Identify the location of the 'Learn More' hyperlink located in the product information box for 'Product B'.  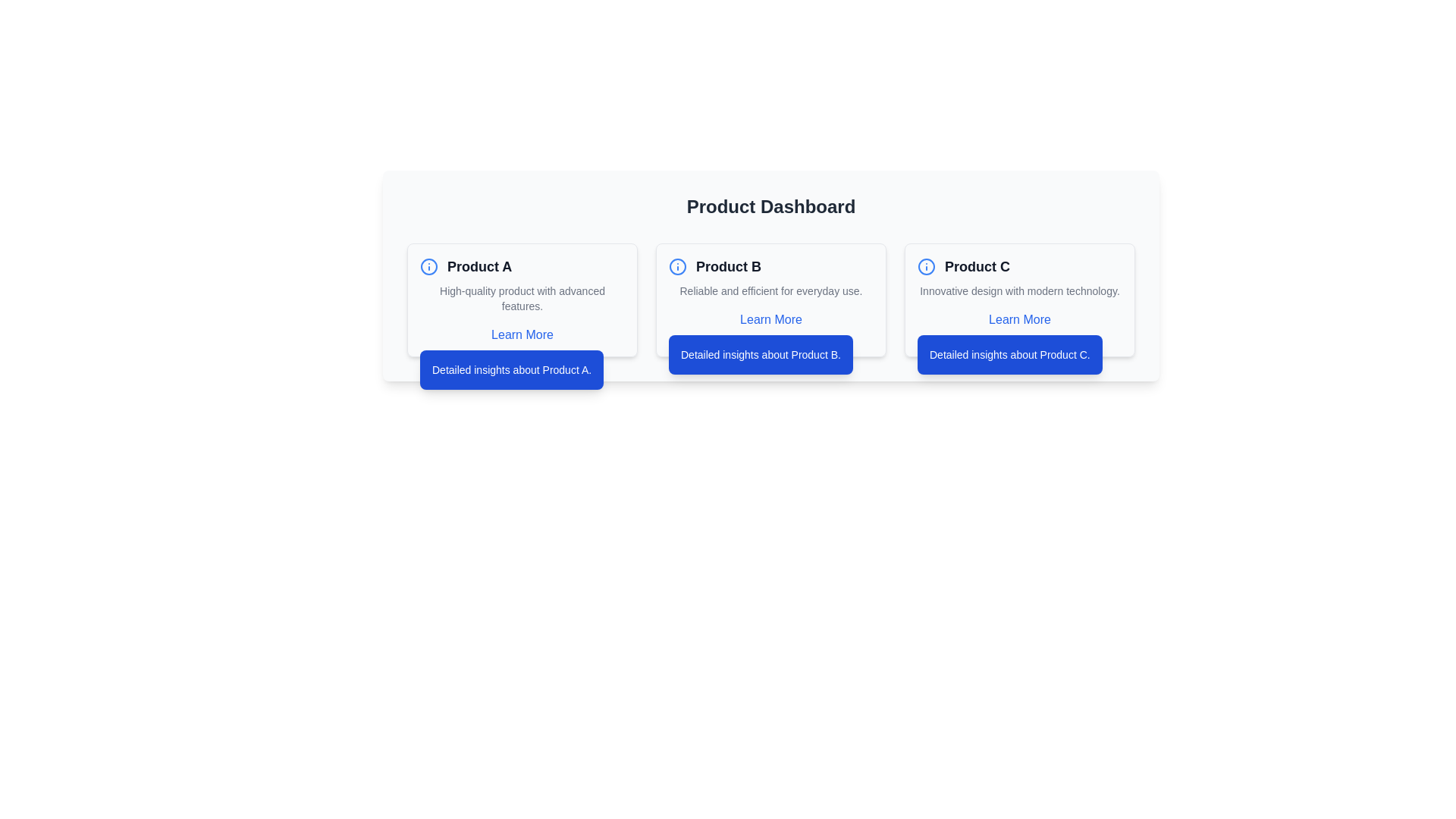
(771, 318).